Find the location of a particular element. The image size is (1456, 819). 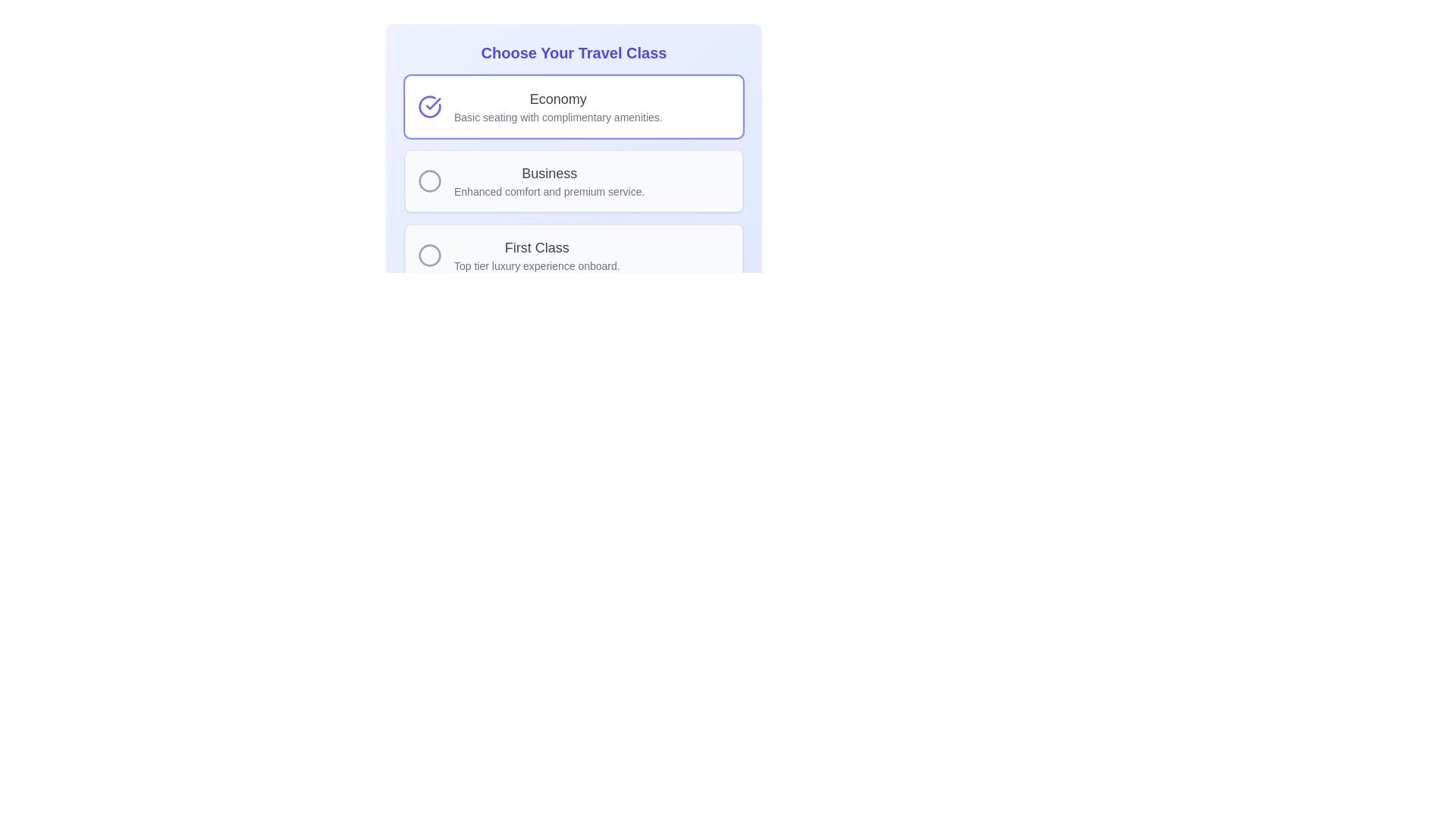

the 'Business' travel class option element, which is the second item in a vertically stacked list of options between 'Economy' and 'First Class' is located at coordinates (548, 180).